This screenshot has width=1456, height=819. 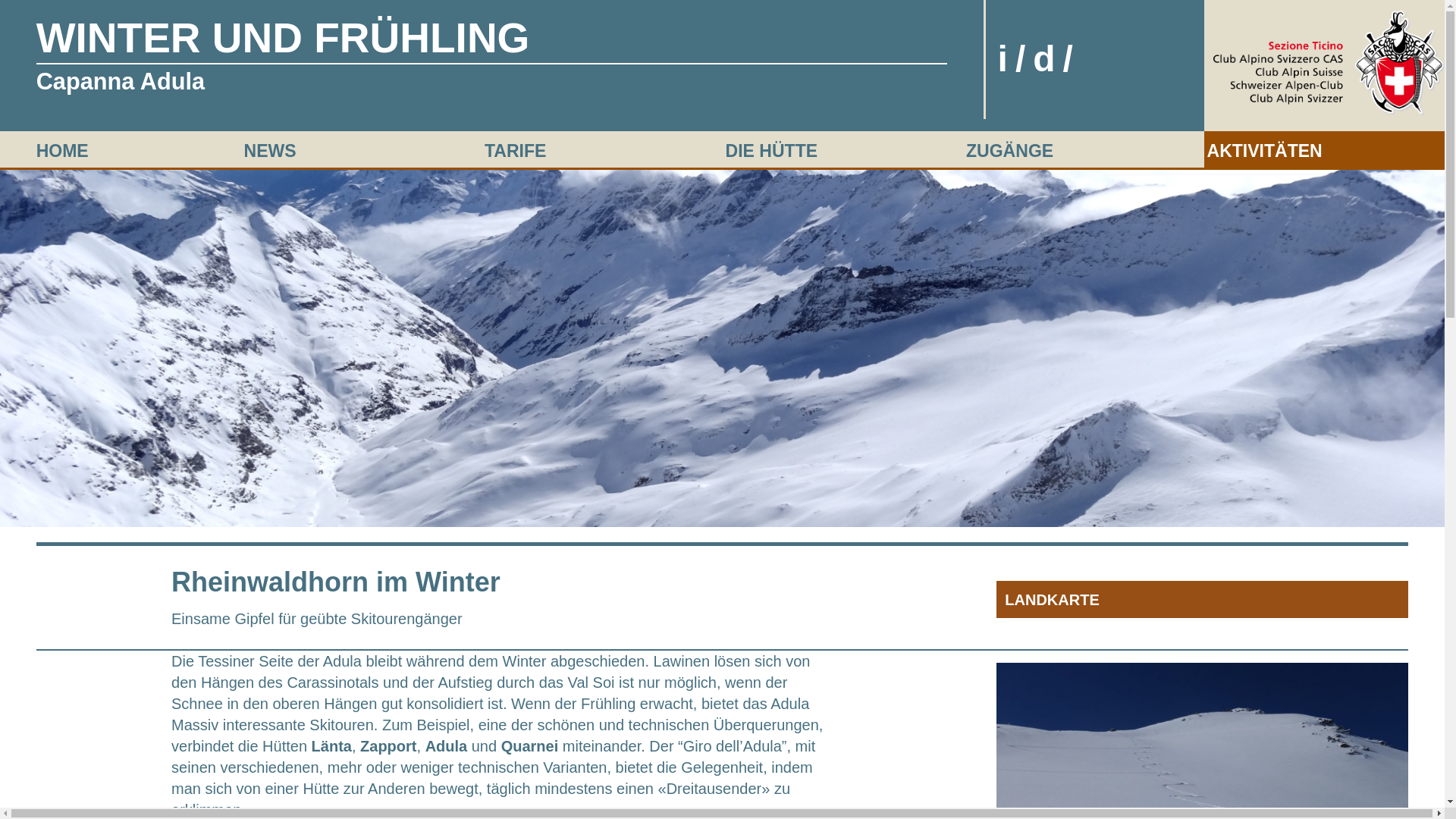 What do you see at coordinates (515, 151) in the screenshot?
I see `'TARIFE'` at bounding box center [515, 151].